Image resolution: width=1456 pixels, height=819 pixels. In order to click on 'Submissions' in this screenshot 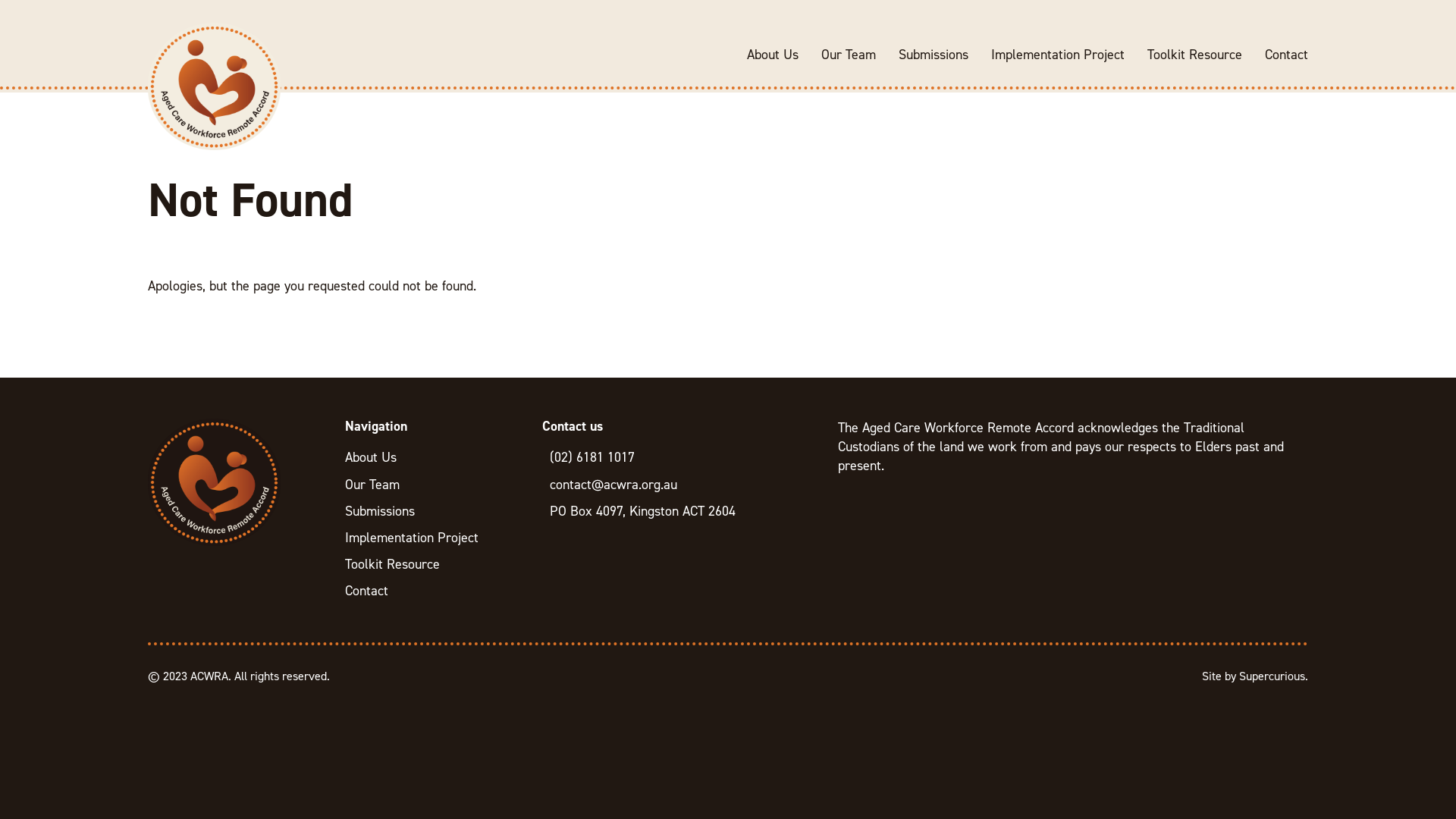, I will do `click(431, 511)`.